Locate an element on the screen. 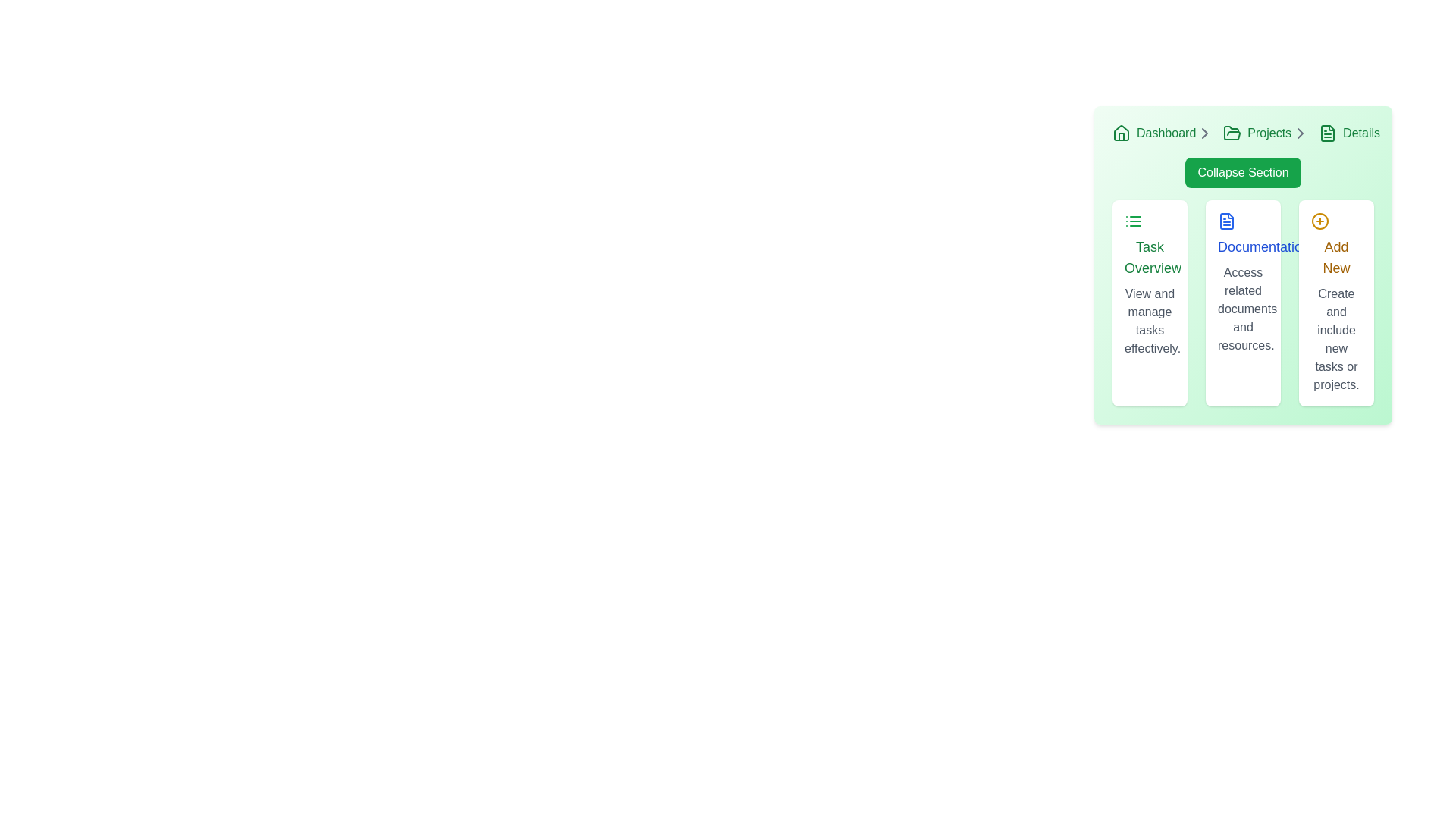 Image resolution: width=1456 pixels, height=819 pixels. the 'Details' breadcrumb link located at the top right of the component, following the 'Projects' breadcrumb is located at coordinates (1349, 133).